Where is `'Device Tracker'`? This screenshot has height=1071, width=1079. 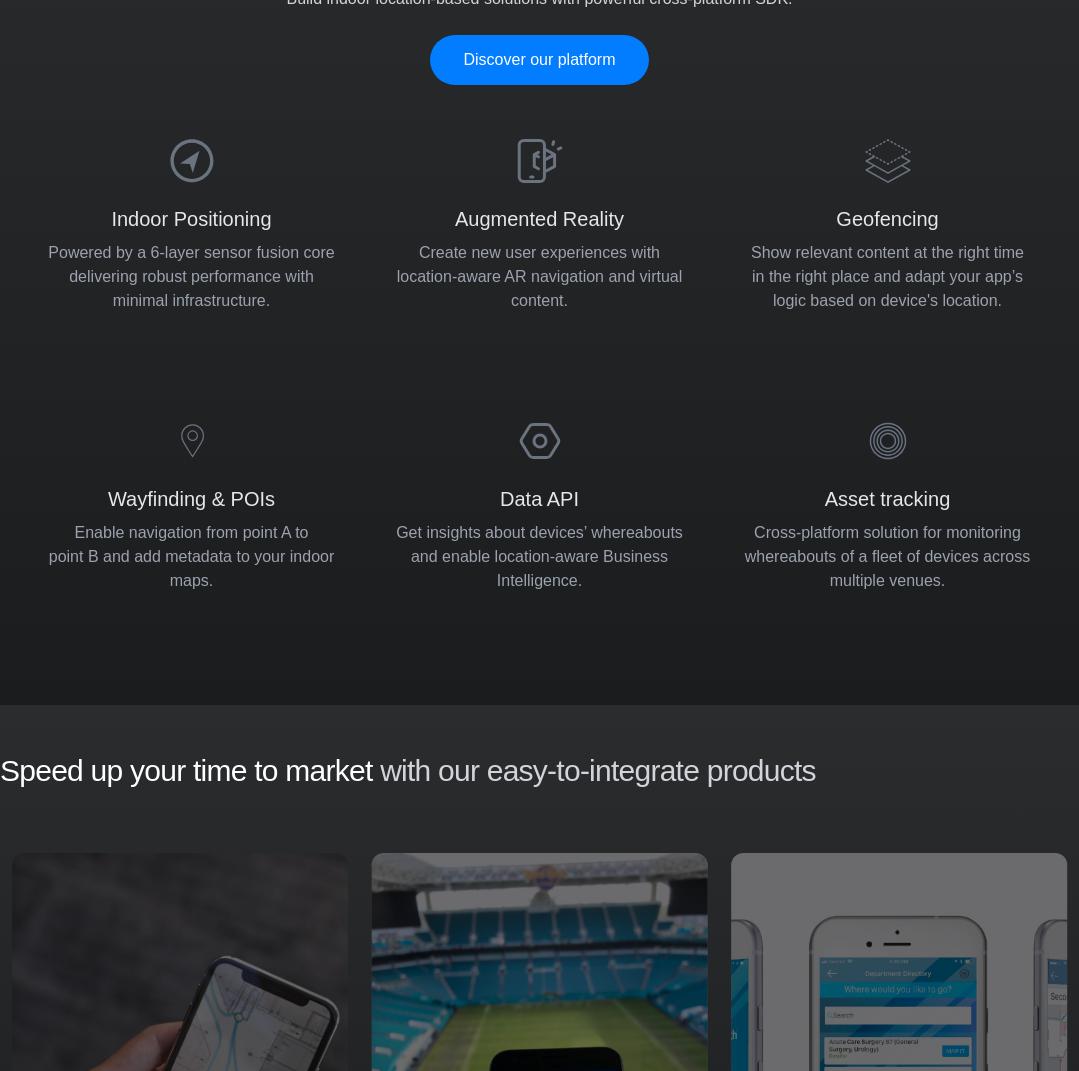
'Device Tracker' is located at coordinates (503, 934).